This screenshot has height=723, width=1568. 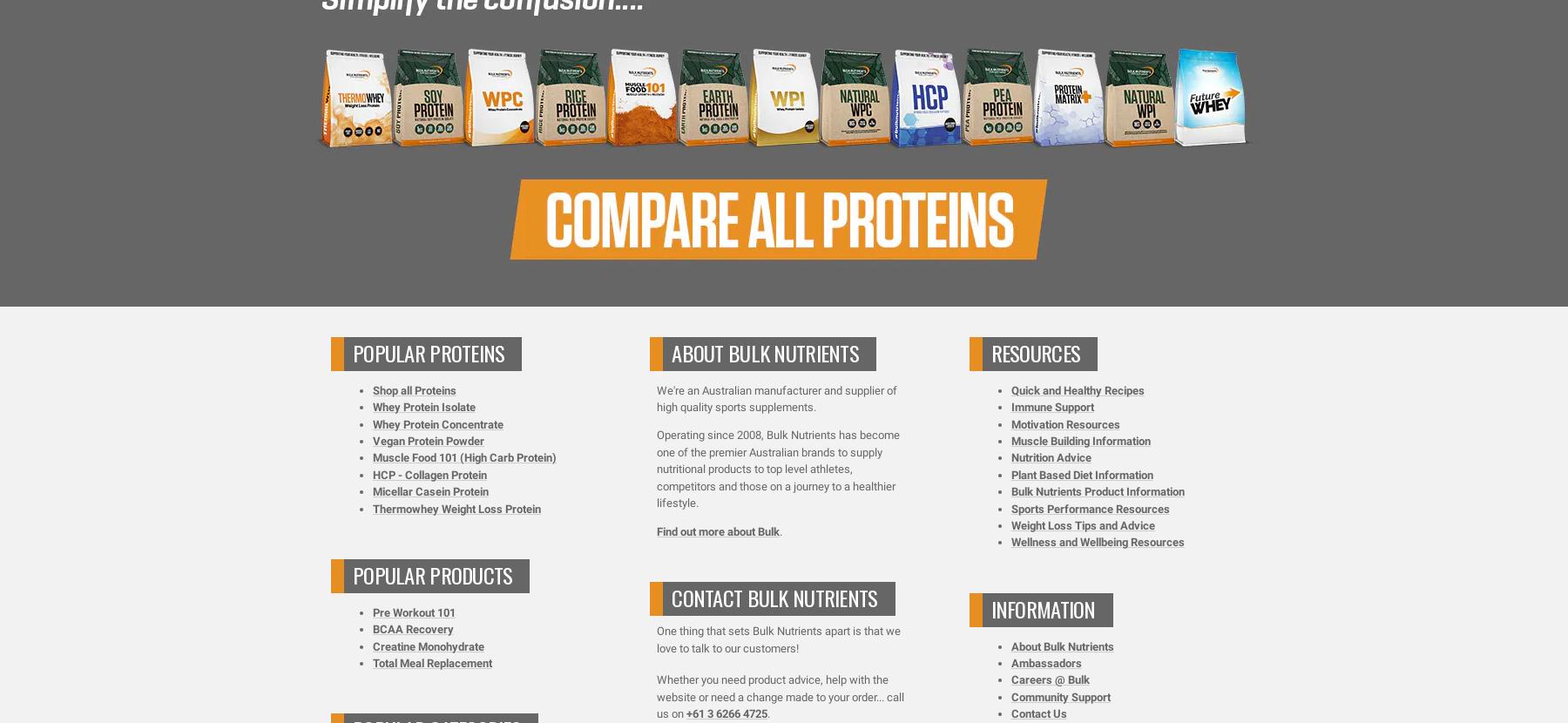 What do you see at coordinates (651, 126) in the screenshot?
I see `'Bulk Nutrients is proudly'` at bounding box center [651, 126].